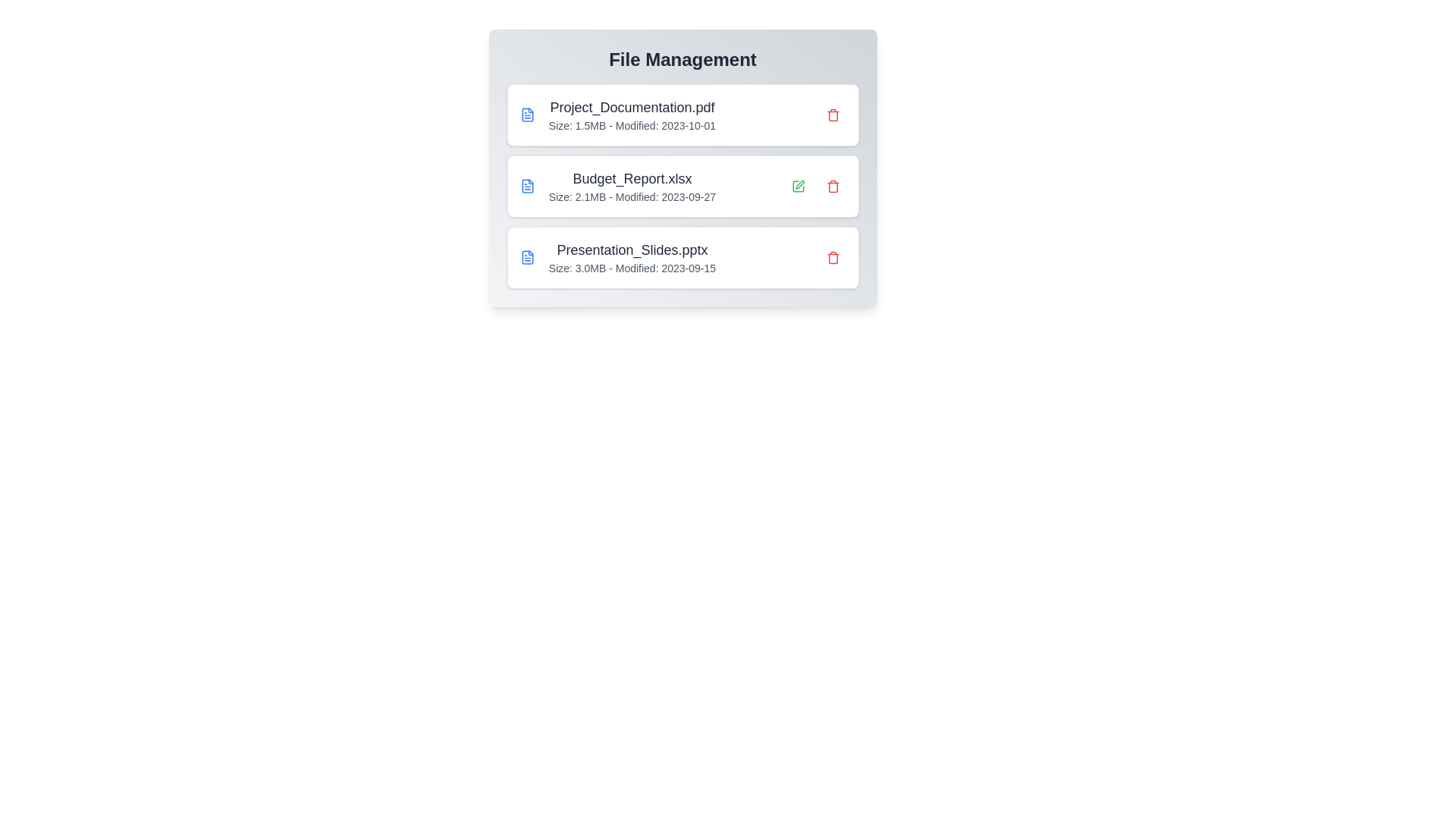 This screenshot has width=1456, height=819. What do you see at coordinates (797, 186) in the screenshot?
I see `the edit button for the 'Budget_Report.xlsx' file` at bounding box center [797, 186].